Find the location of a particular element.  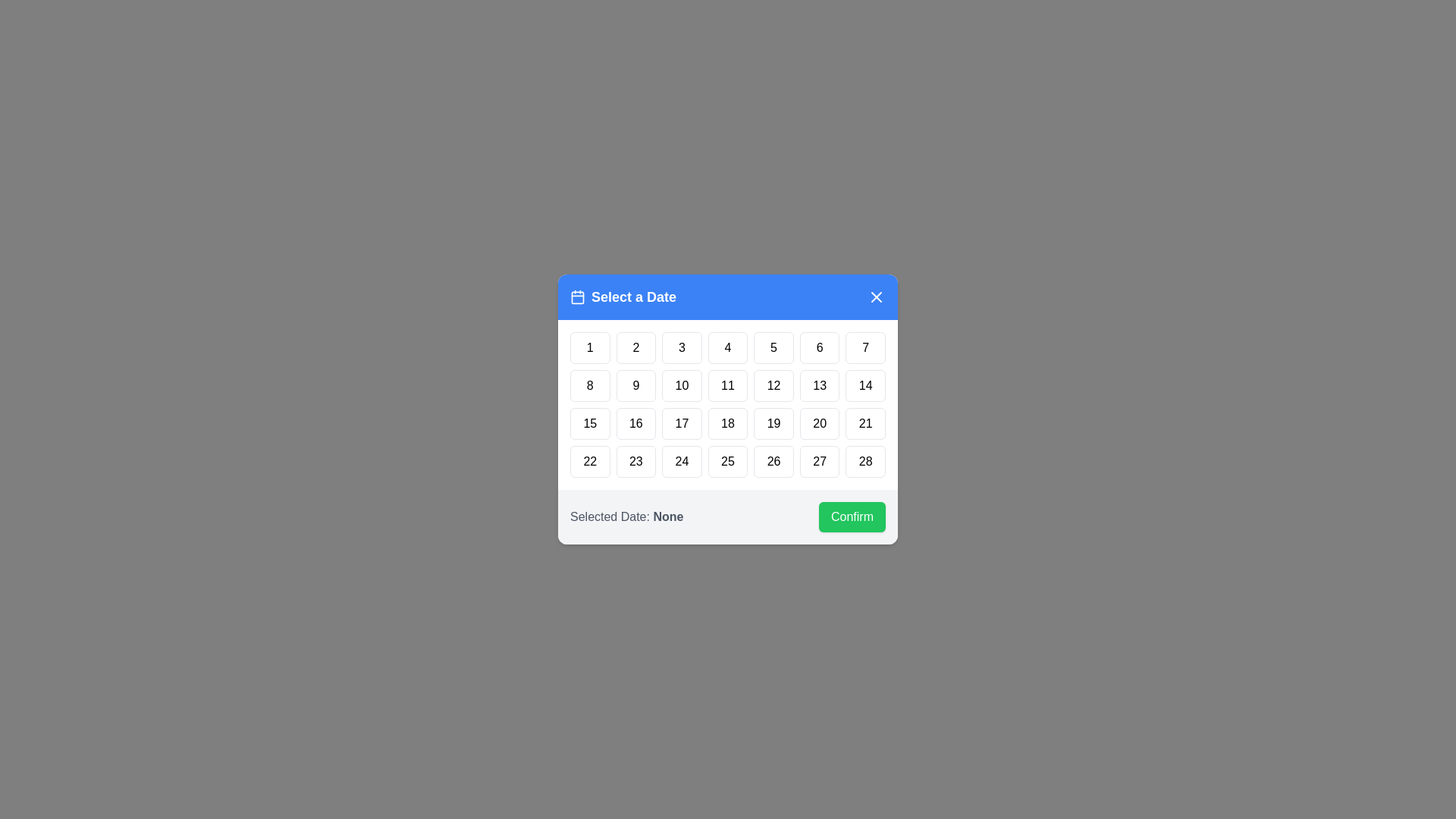

the day button labeled 19 to highlight it is located at coordinates (774, 424).